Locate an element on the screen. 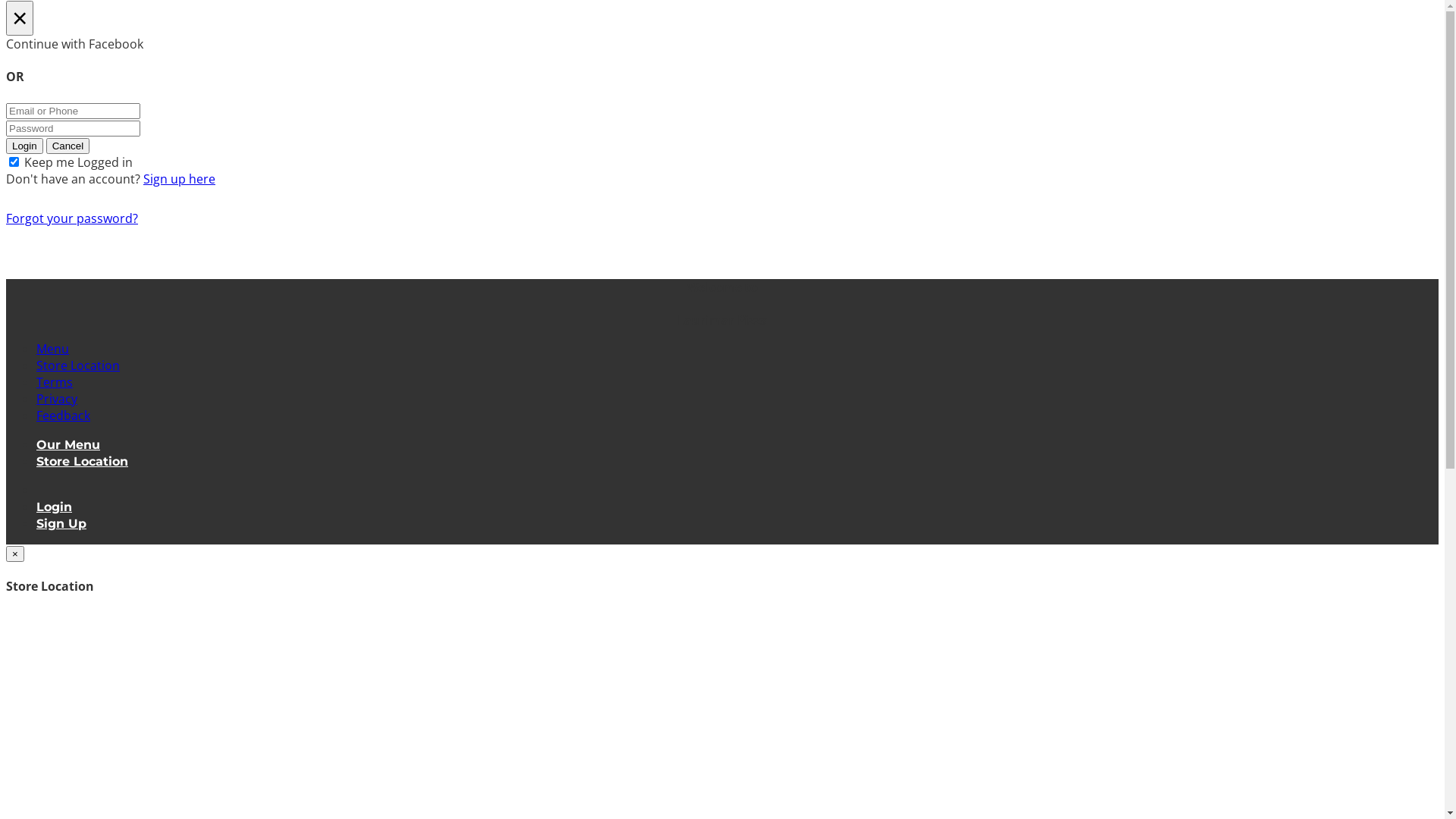  'Cancel' is located at coordinates (67, 146).